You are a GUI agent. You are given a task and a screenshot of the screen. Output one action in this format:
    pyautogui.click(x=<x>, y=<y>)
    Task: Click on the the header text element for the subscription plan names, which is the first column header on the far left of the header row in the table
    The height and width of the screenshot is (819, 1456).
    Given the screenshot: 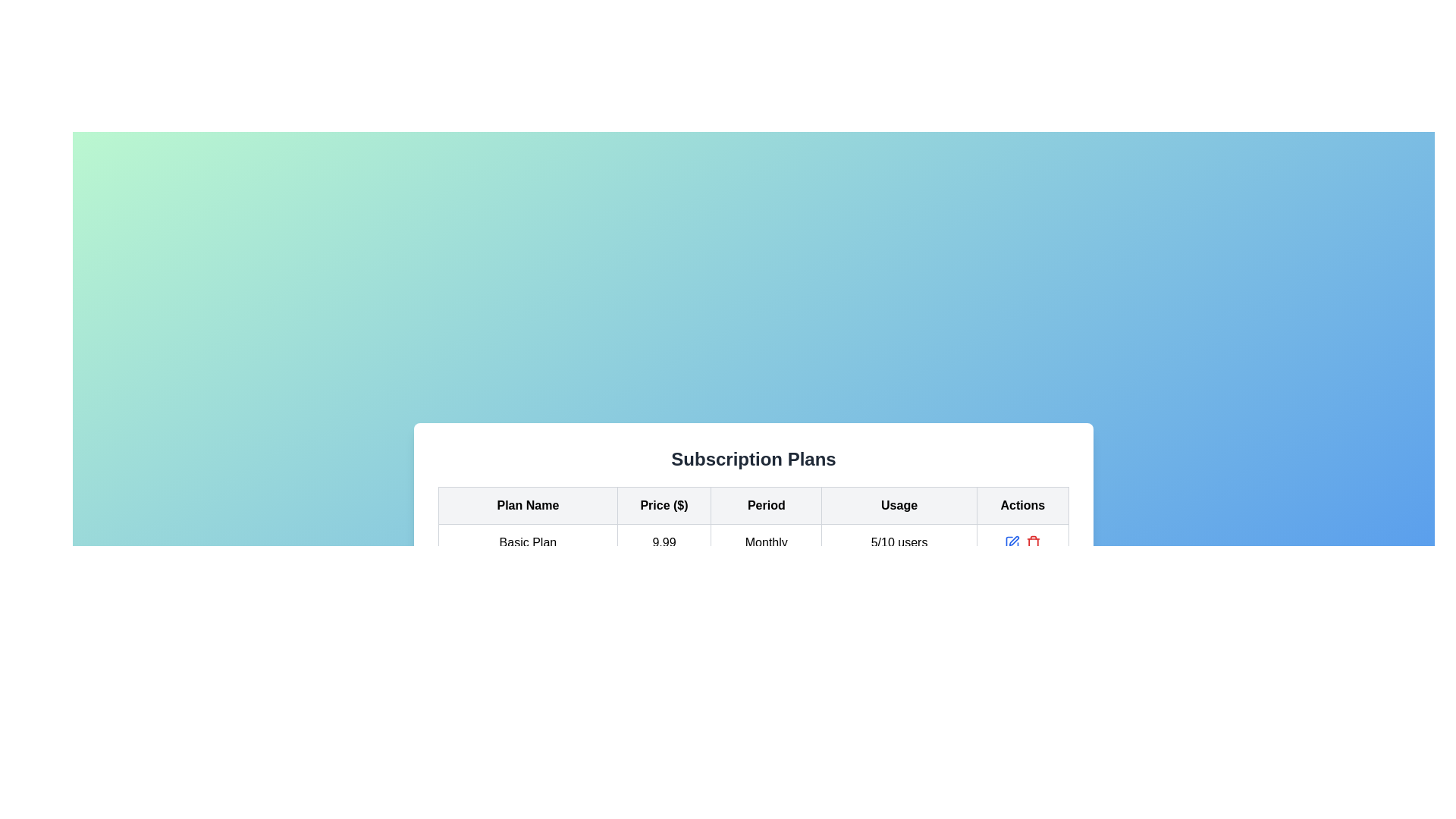 What is the action you would take?
    pyautogui.click(x=528, y=505)
    